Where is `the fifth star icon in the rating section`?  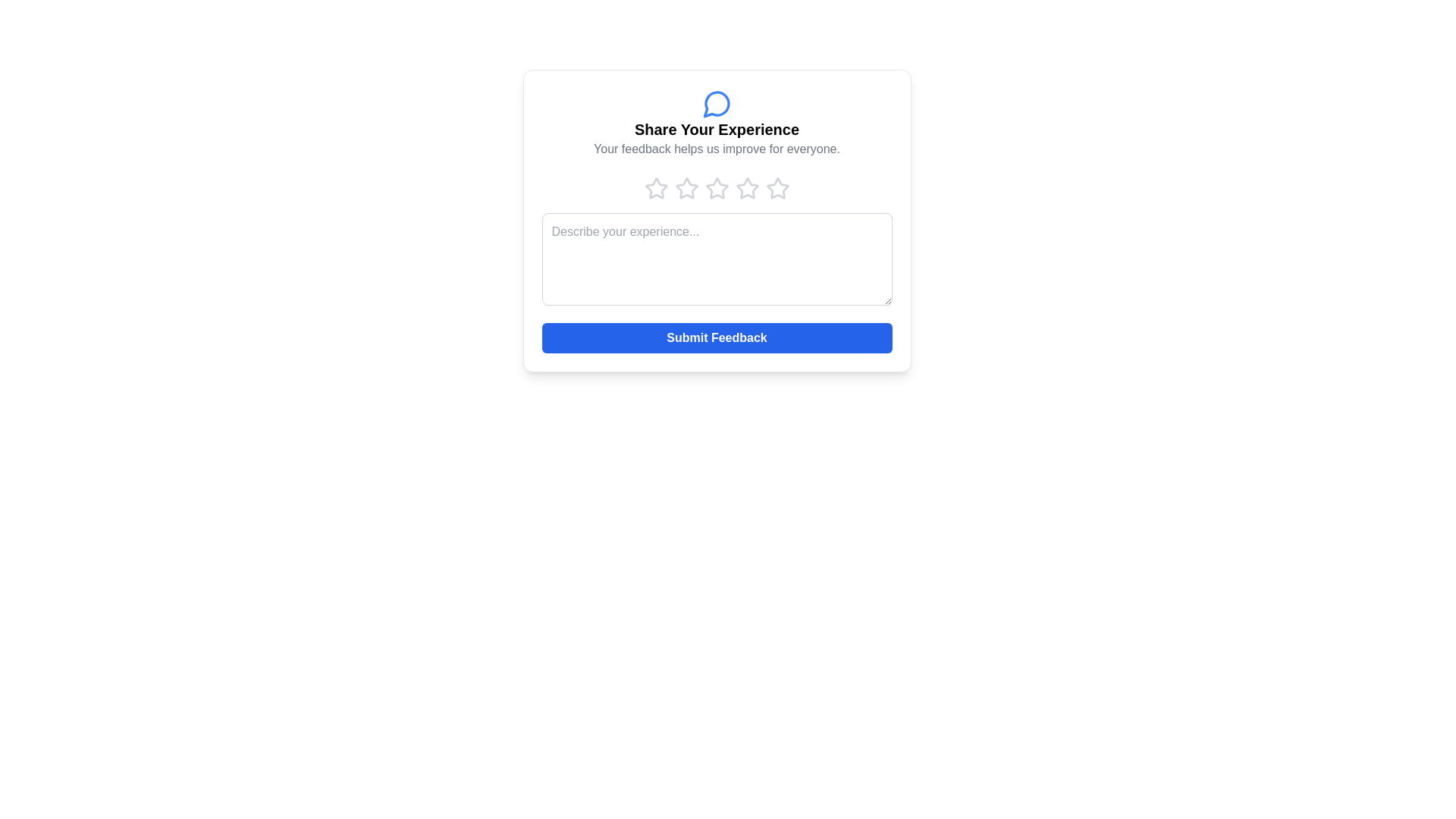 the fifth star icon in the rating section is located at coordinates (777, 188).